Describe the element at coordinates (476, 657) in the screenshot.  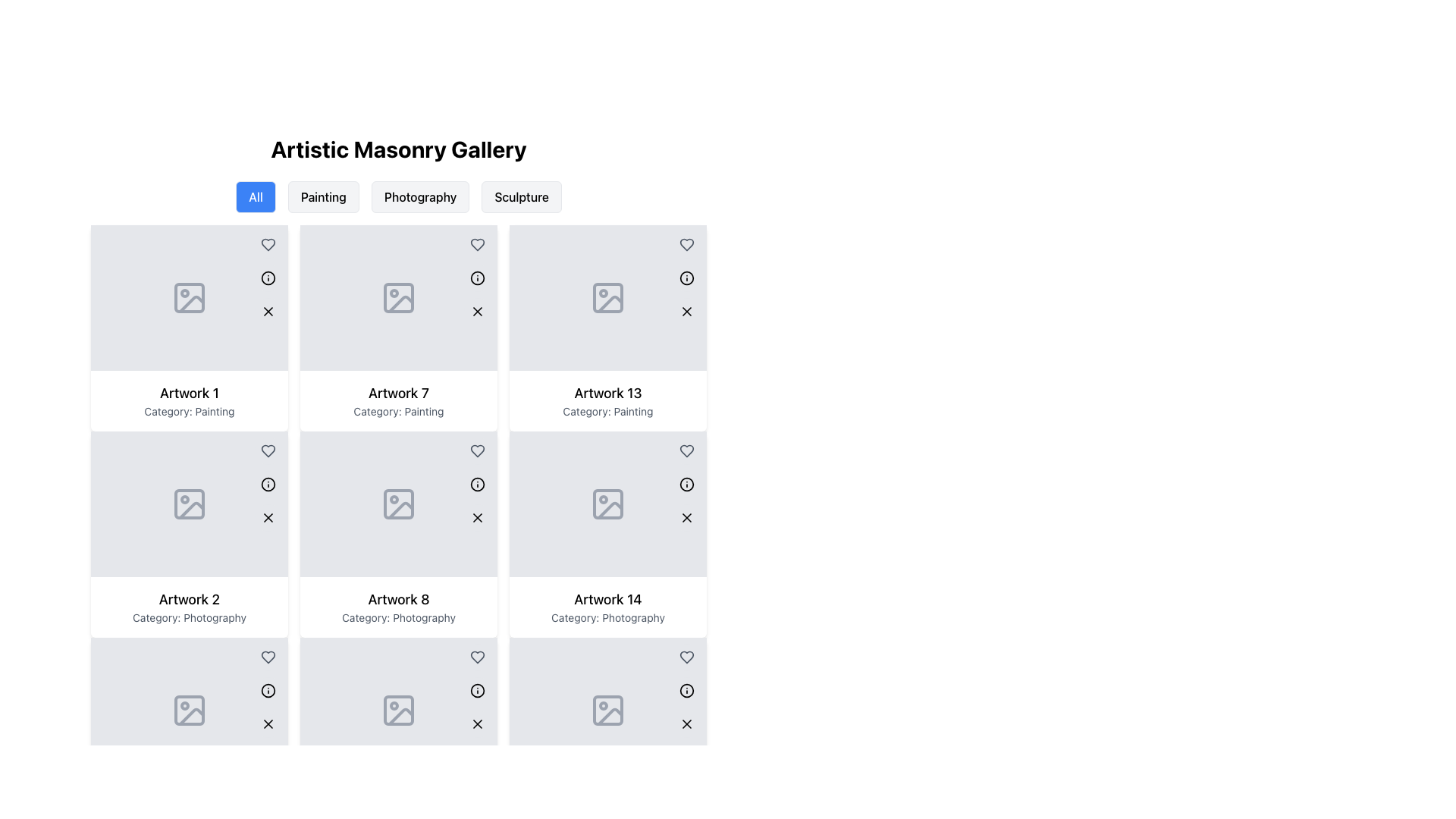
I see `the heart-shaped icon in the top-right corner of the 'Artwork 8' cell` at that location.